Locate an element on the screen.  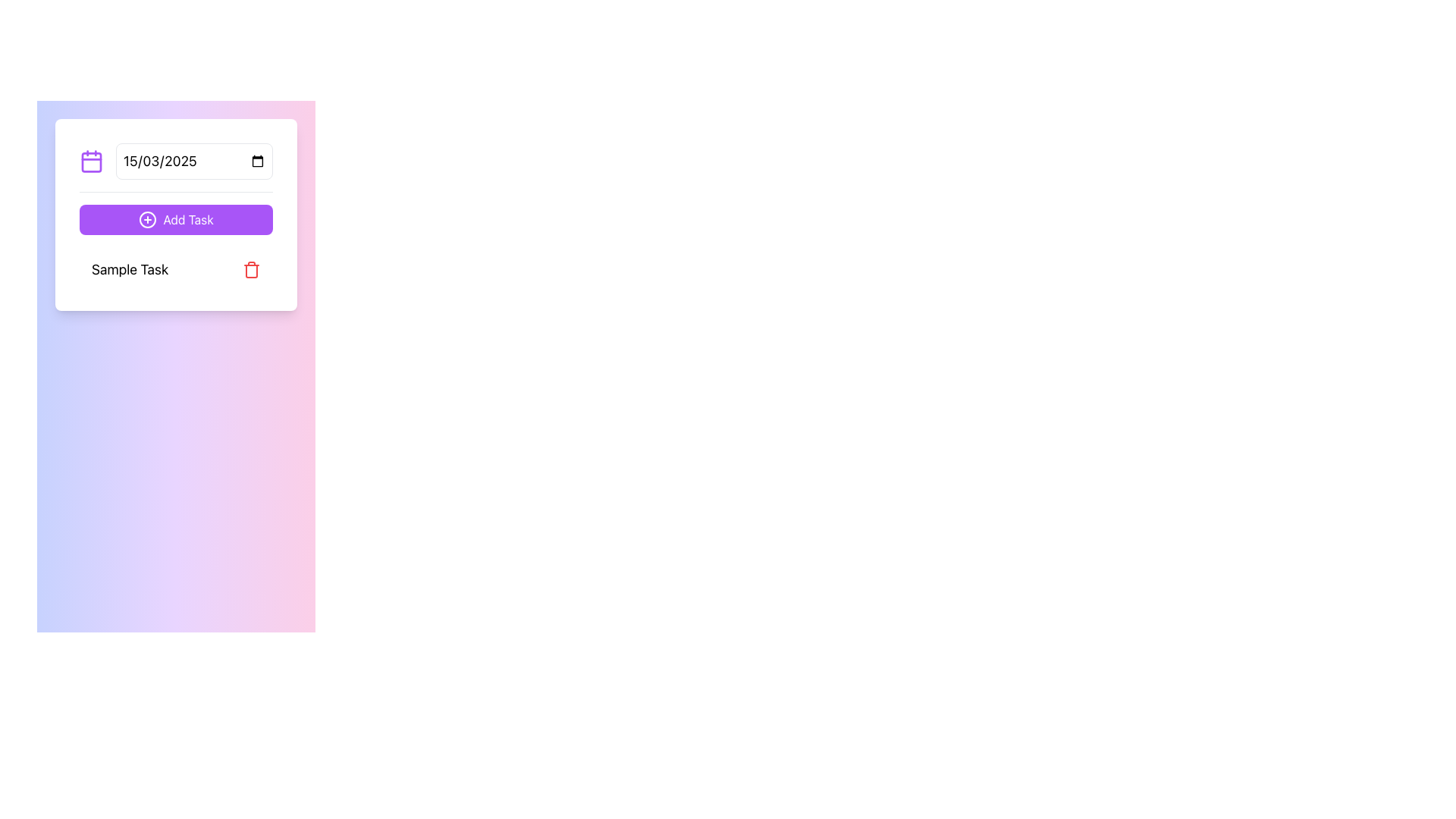
the circular '+' icon styled in purple, which is the first visual element inside the 'Add Task' button is located at coordinates (148, 219).